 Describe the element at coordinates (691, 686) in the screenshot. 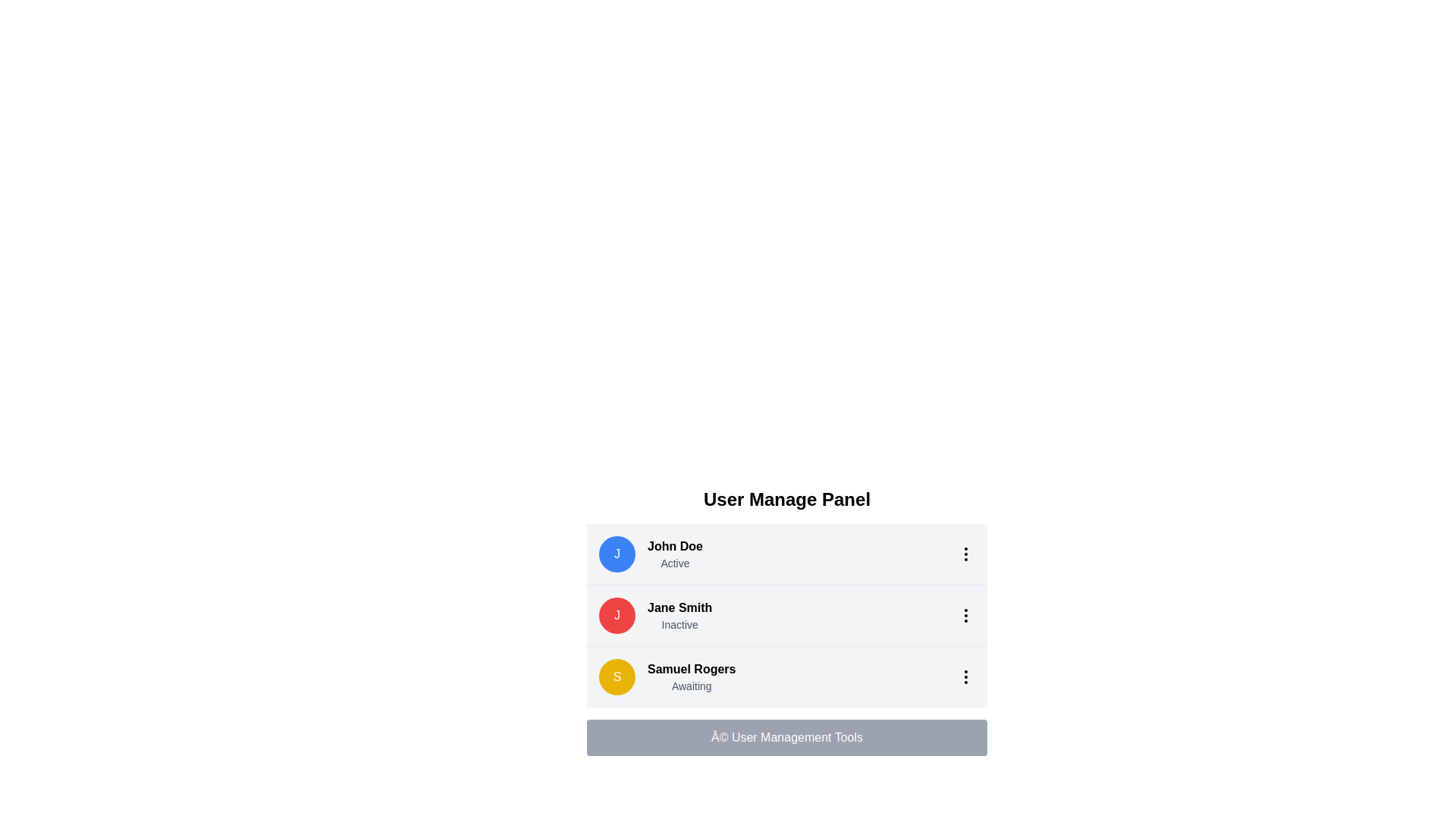

I see `the status indicator text label that shows the 'Awaiting' state, located below 'Samuel Rogers' in the third user list entry of the User Manage Panel` at that location.